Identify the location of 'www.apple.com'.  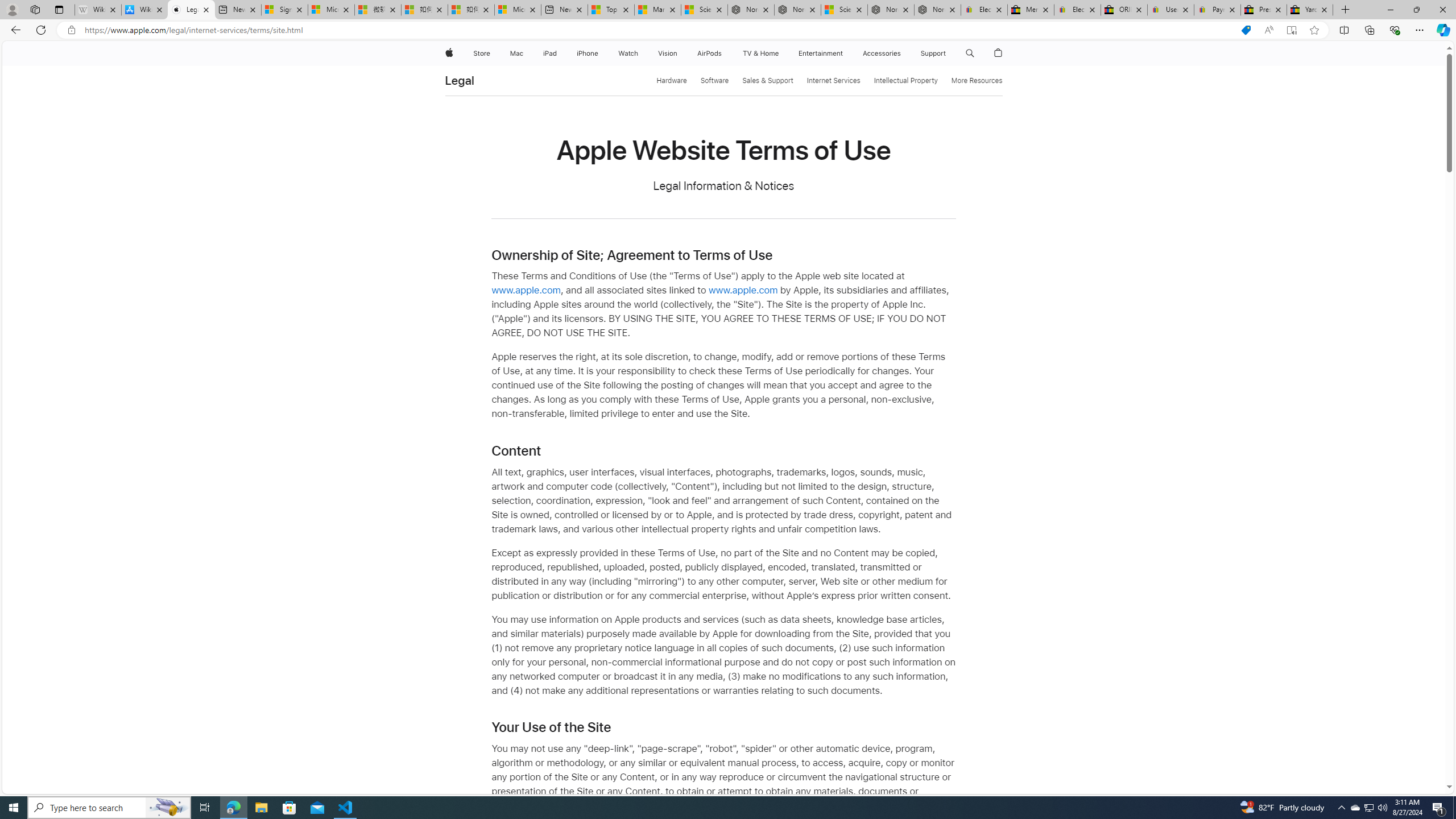
(742, 289).